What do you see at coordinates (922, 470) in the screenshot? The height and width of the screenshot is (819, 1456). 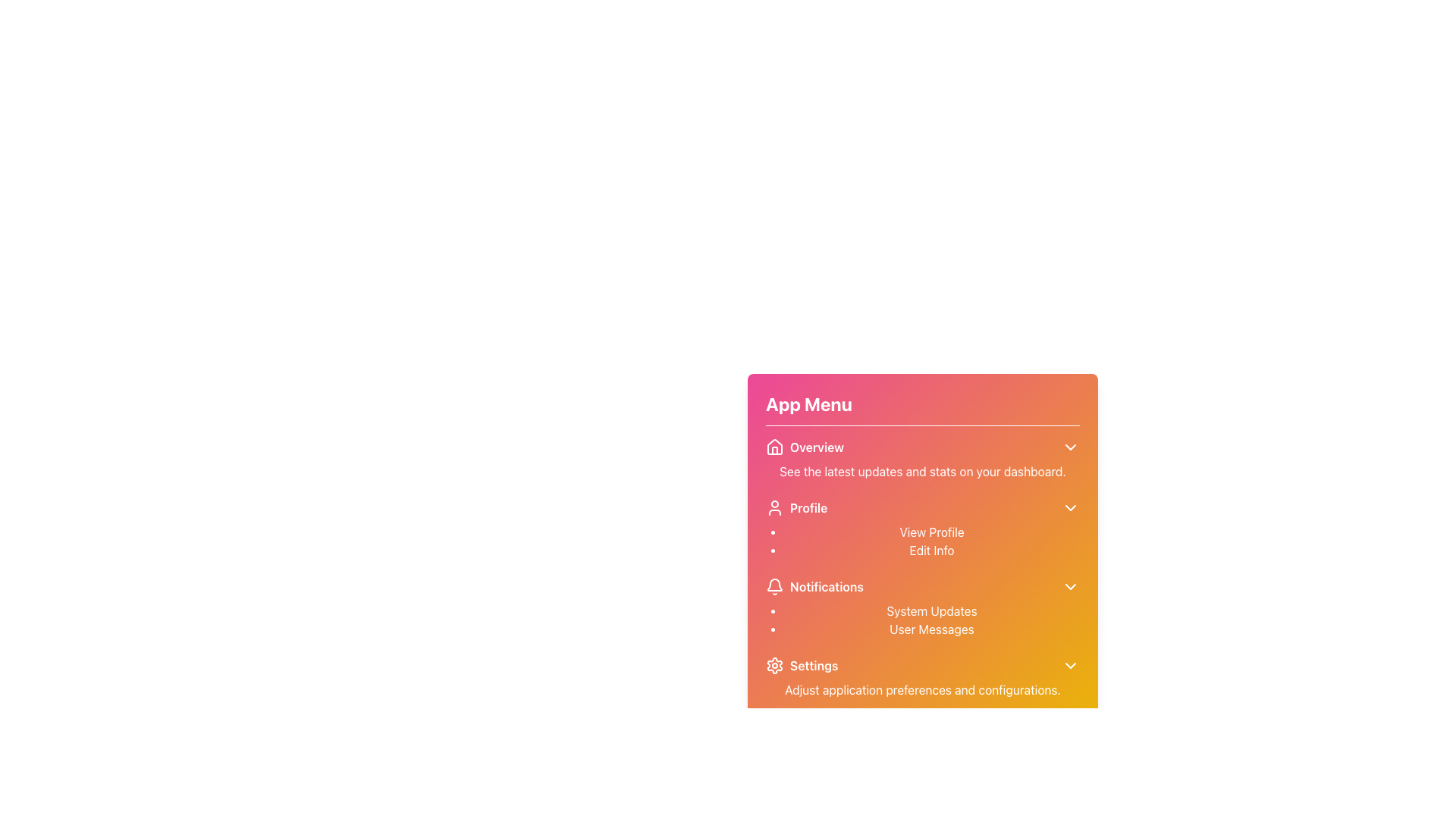 I see `the Informative Text element located below the 'Overview' label, which provides additional context for the section` at bounding box center [922, 470].